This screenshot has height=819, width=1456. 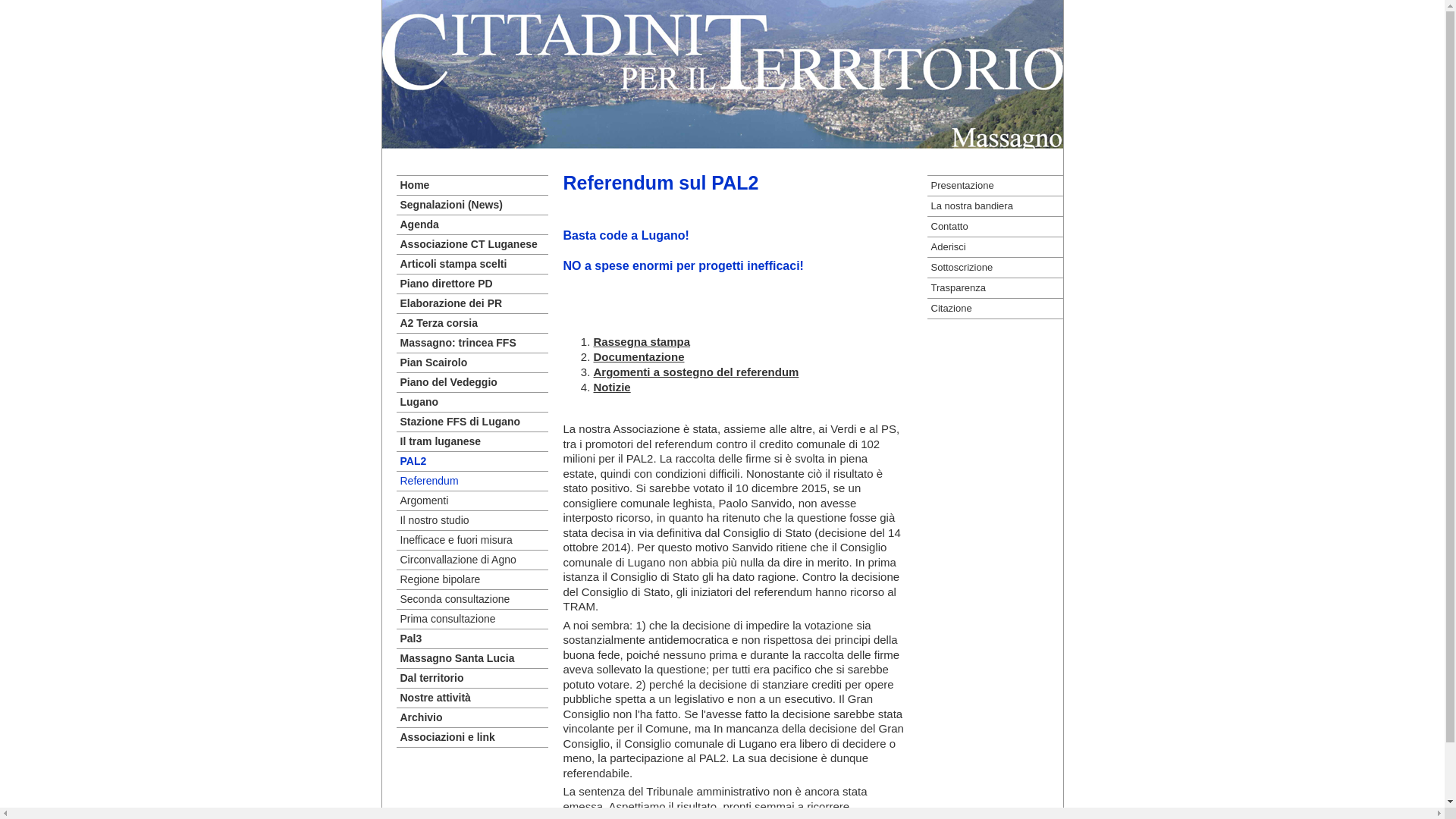 I want to click on 'Trasparenza', so click(x=994, y=288).